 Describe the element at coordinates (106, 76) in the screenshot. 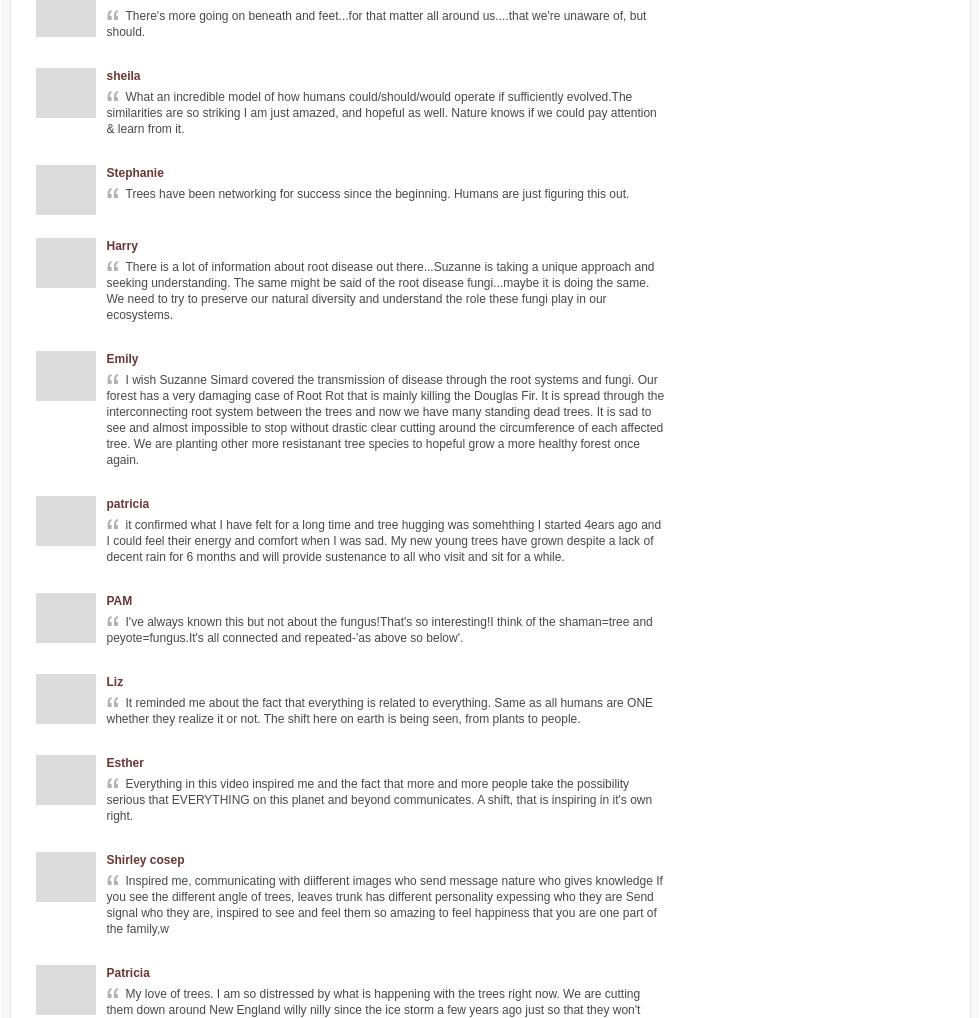

I see `'sheila'` at that location.